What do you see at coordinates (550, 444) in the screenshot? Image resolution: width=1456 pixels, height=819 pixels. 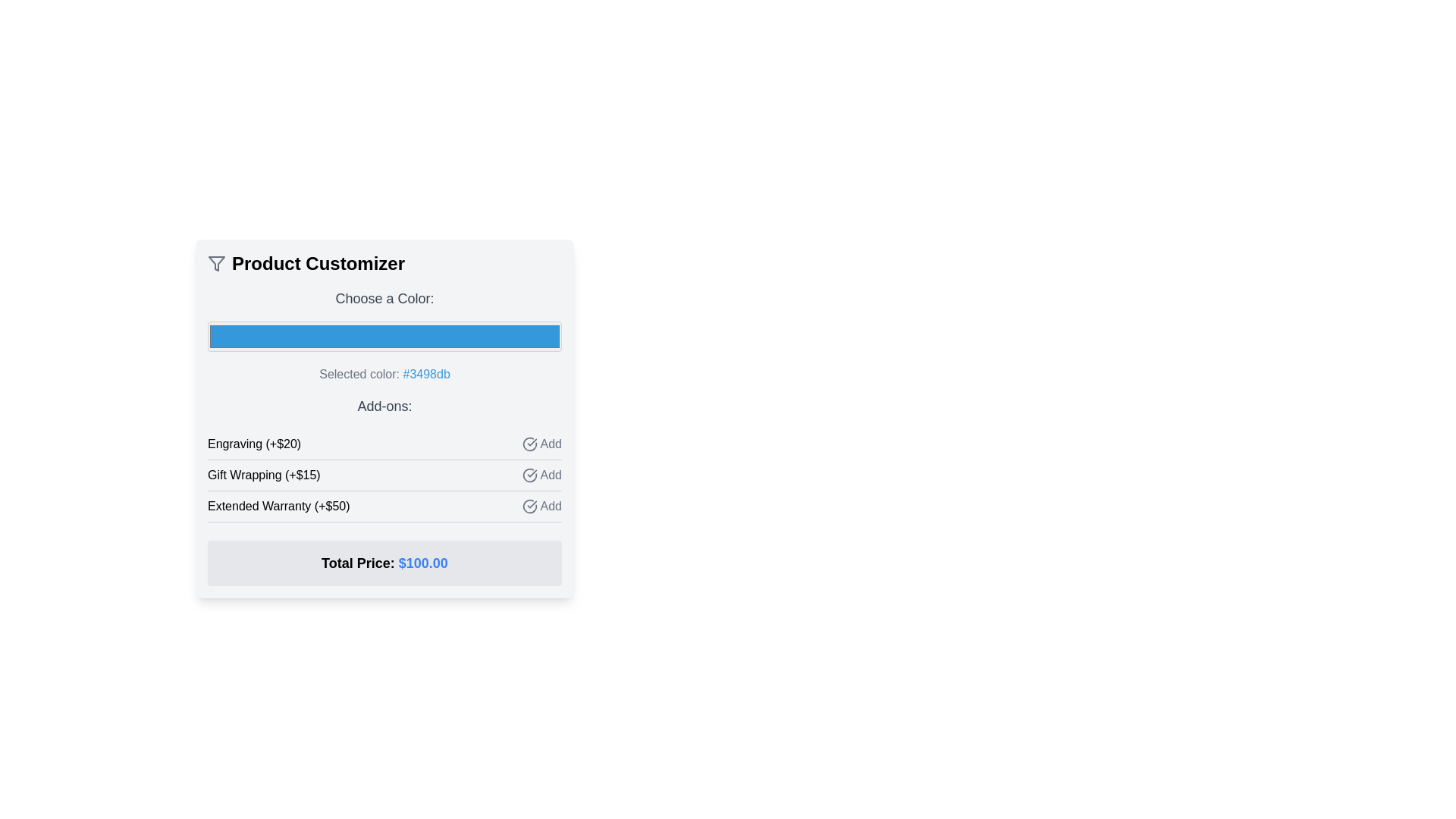 I see `the label for 'Engraving (+$20)' located at the far right of the 'Add-ons' section` at bounding box center [550, 444].